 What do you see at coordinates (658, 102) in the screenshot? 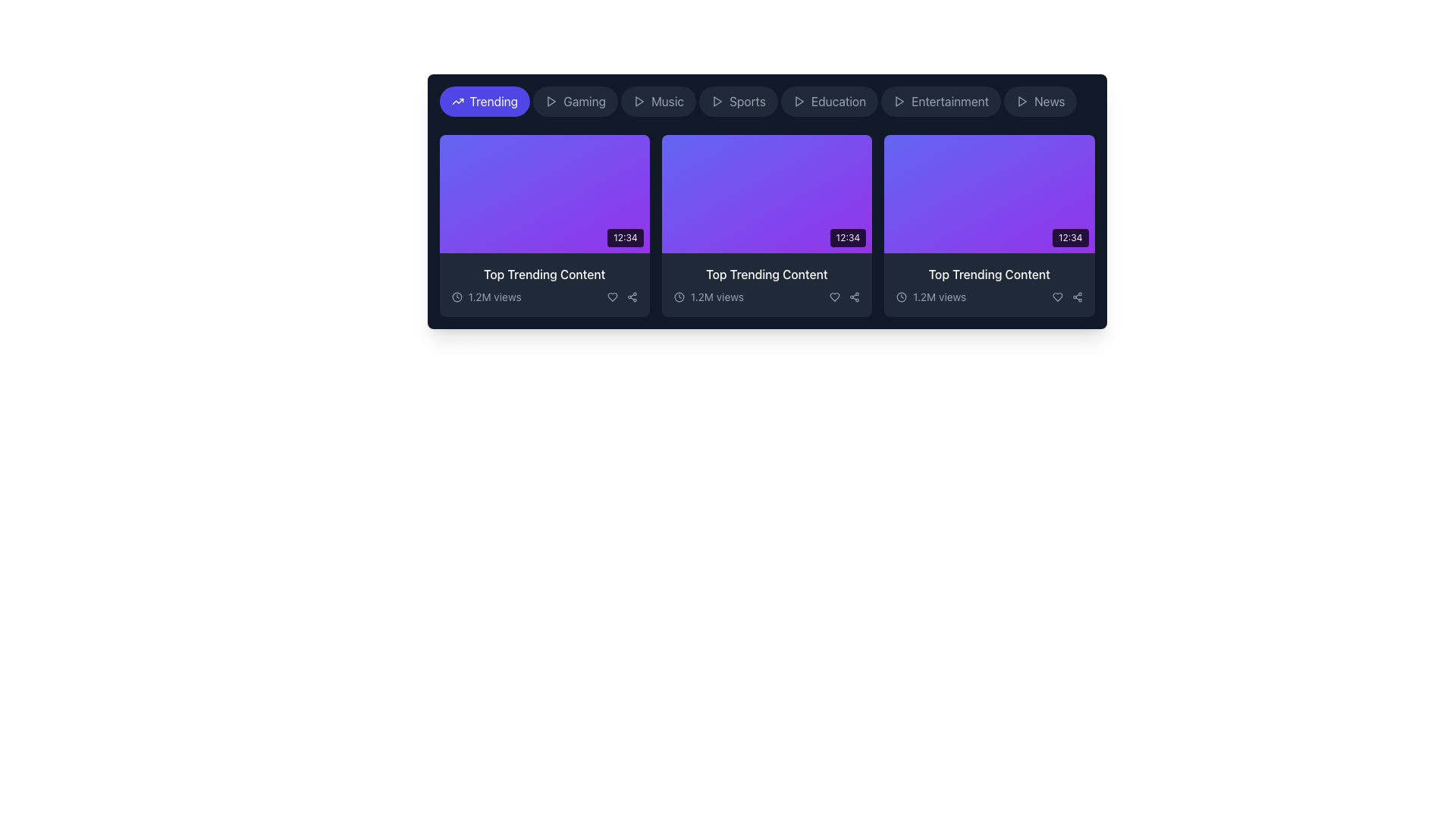
I see `the 'Music' button, which is the third button in a group of navigation buttons` at bounding box center [658, 102].